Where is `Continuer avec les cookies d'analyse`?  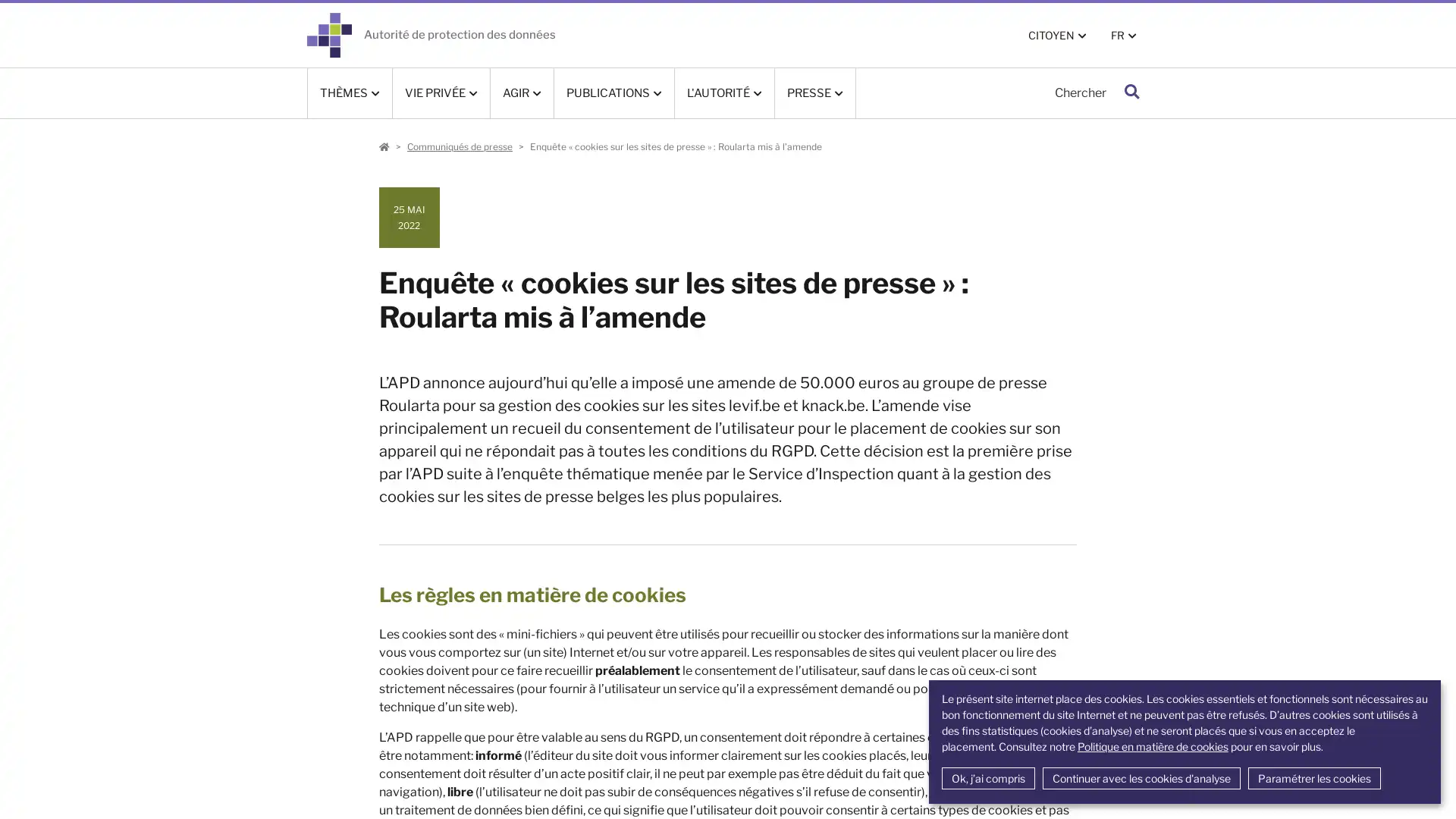 Continuer avec les cookies d'analyse is located at coordinates (1141, 778).